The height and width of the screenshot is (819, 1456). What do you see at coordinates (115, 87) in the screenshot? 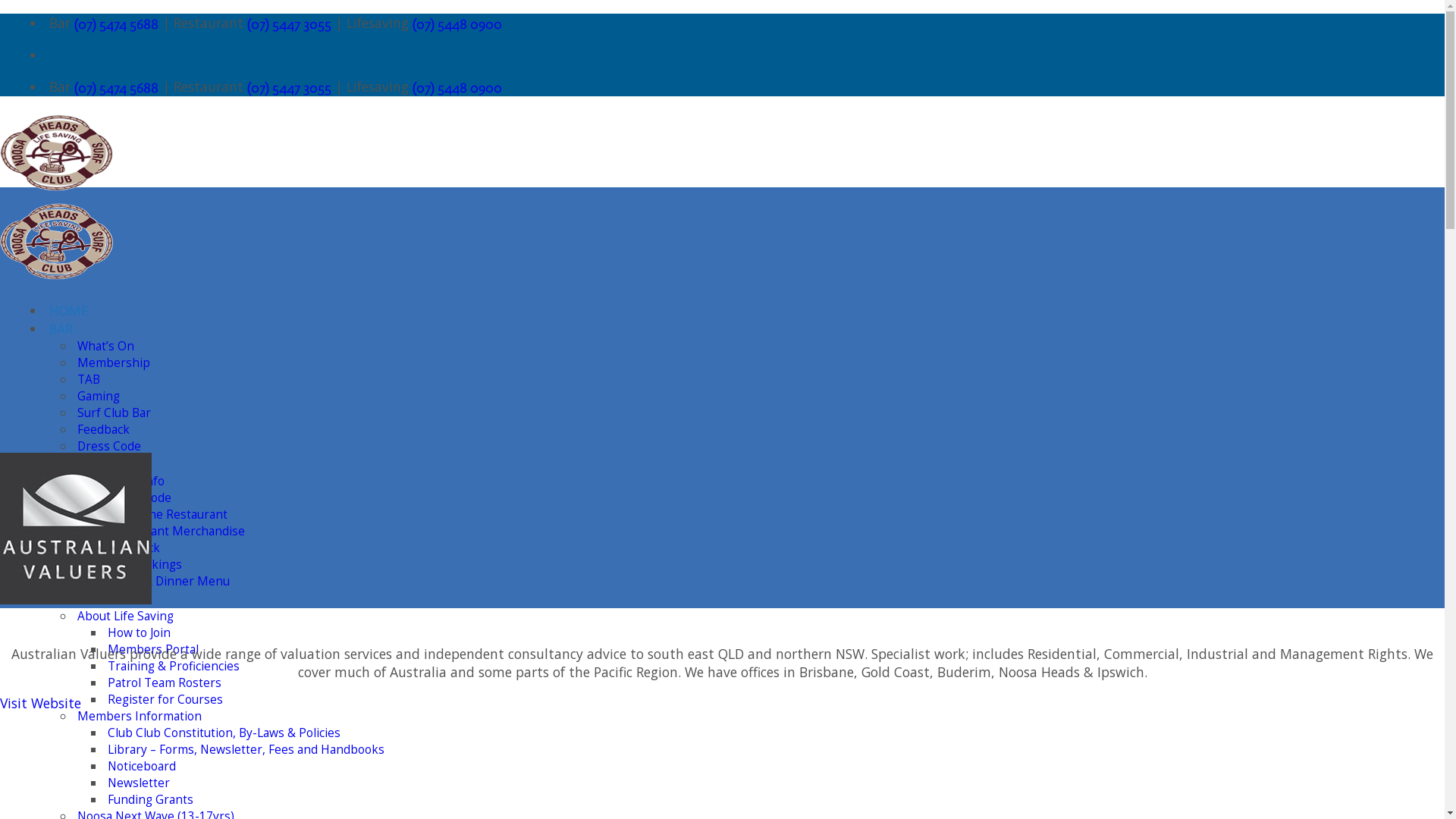
I see `'(07) 5474 5688'` at bounding box center [115, 87].